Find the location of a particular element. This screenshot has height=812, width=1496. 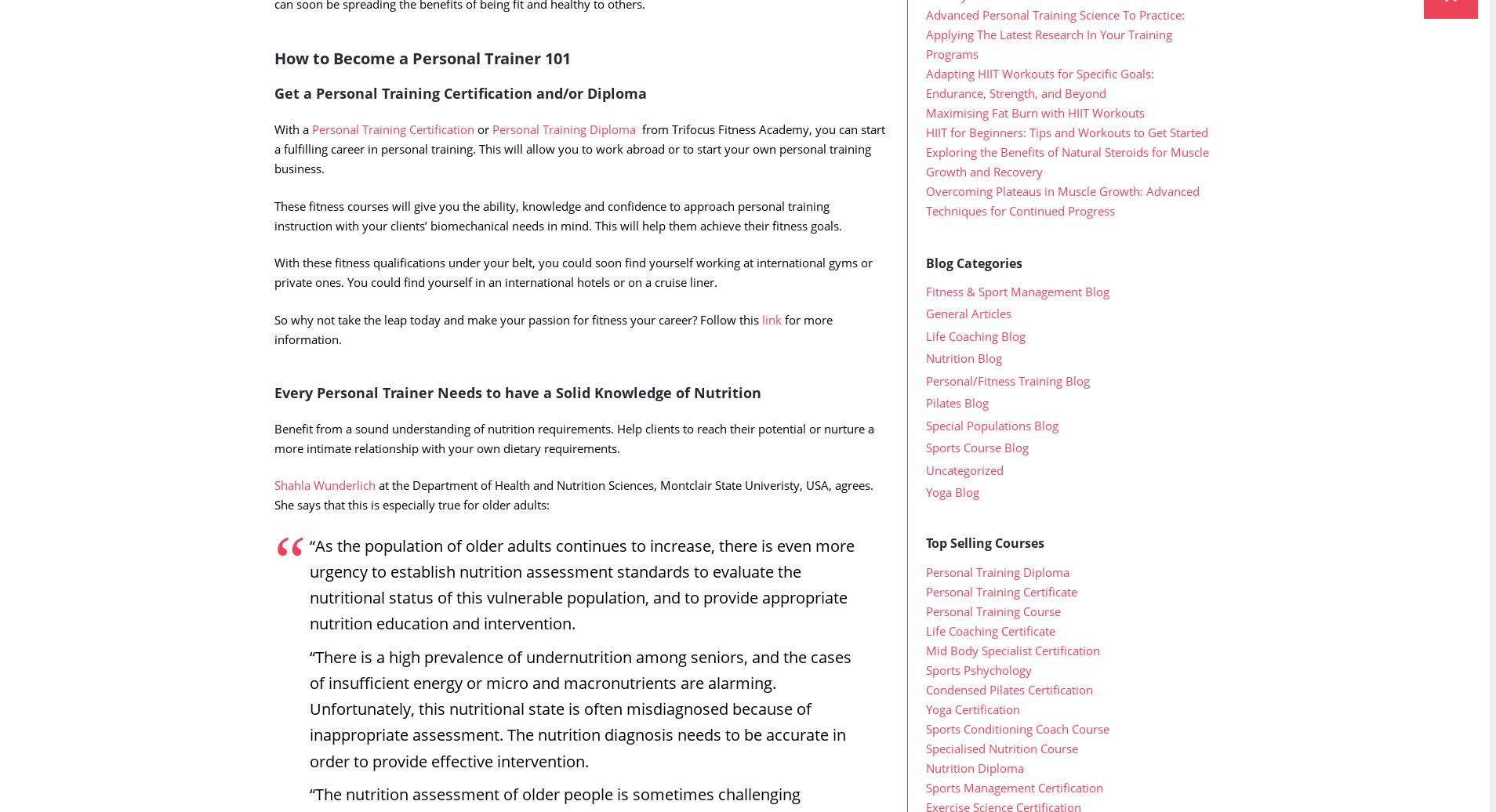

'“There is a high prevalence of undernutrition among seniors, and the cases of insufficient energy or micro and macronutrients are alarming. Unfortunately, this nutritional state is often misdiagnosed because of inappropriate assessment. The nutrition diagnosis needs to be accurate in order to provide effective intervention.' is located at coordinates (580, 740).